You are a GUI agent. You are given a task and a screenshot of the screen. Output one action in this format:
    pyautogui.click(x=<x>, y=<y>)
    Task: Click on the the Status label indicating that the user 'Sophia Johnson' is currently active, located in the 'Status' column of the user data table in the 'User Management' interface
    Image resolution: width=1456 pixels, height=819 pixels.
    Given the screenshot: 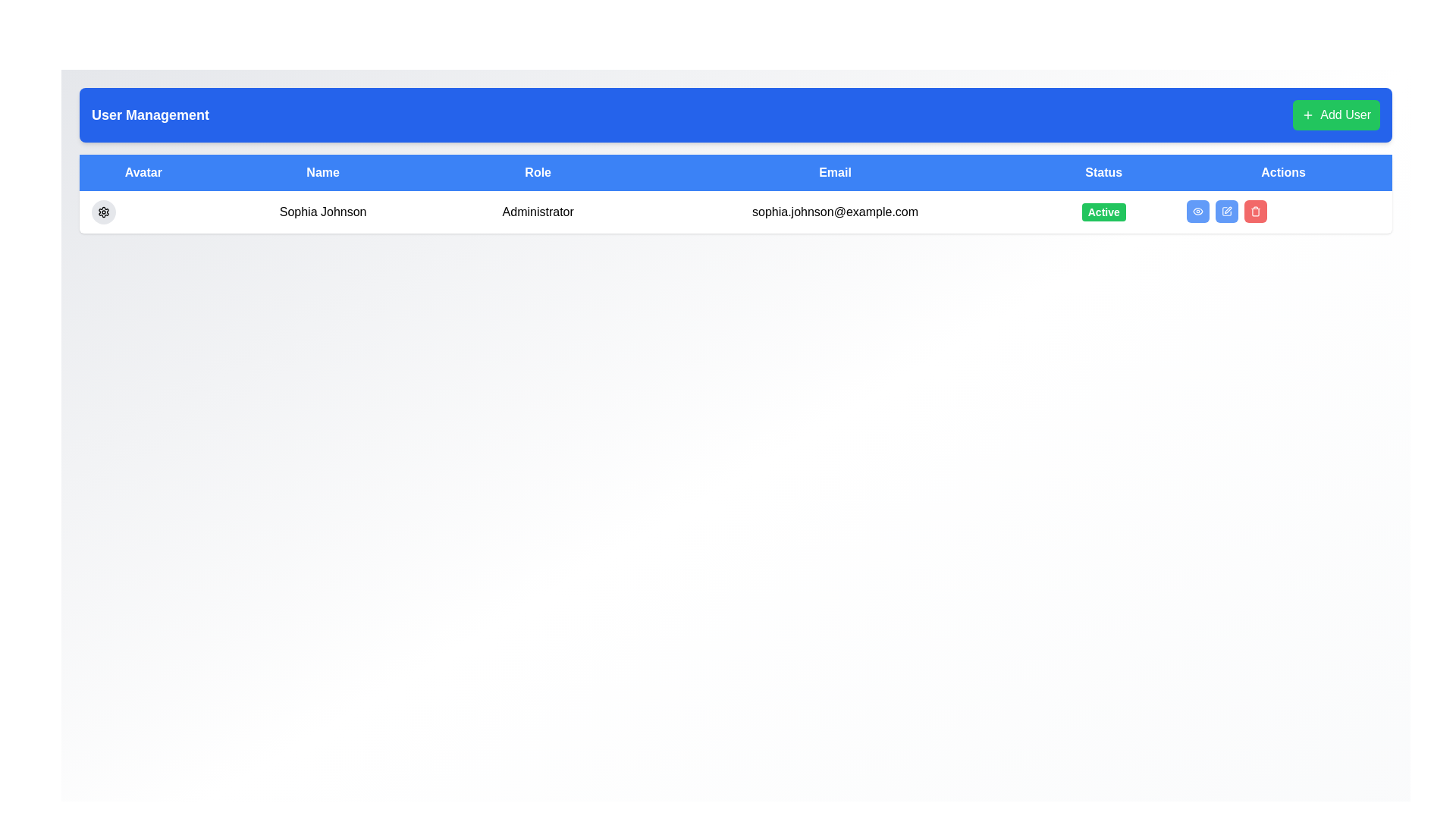 What is the action you would take?
    pyautogui.click(x=1103, y=212)
    